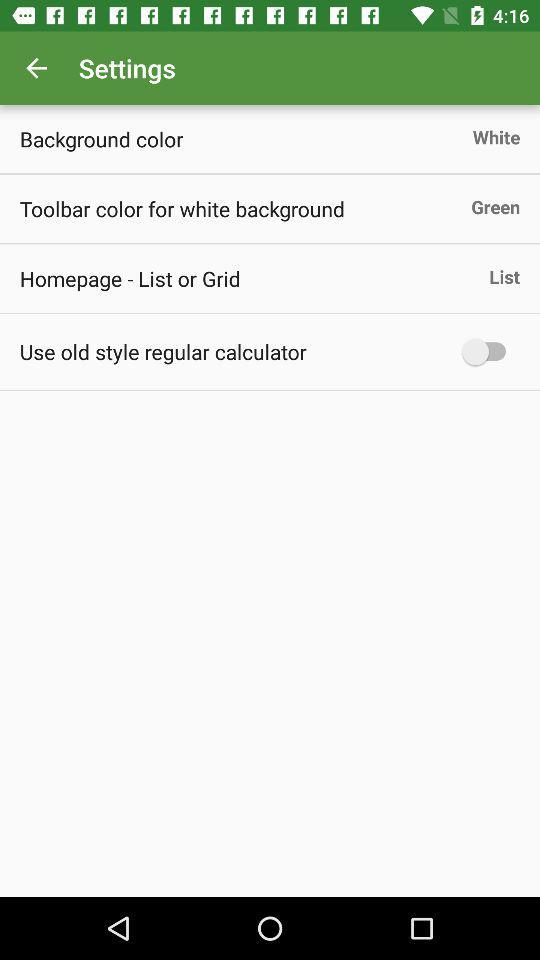  Describe the element at coordinates (130, 277) in the screenshot. I see `the homepage list or item` at that location.